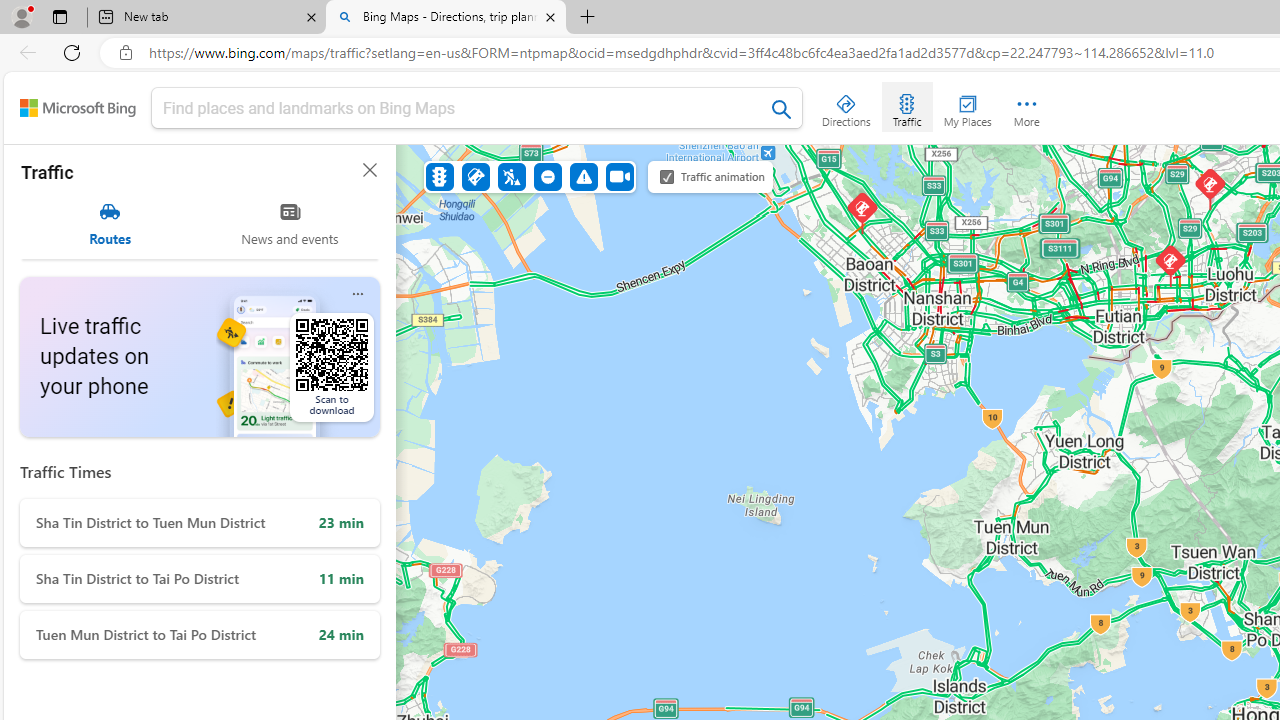 The image size is (1280, 720). What do you see at coordinates (476, 111) in the screenshot?
I see `'Class: inputbox'` at bounding box center [476, 111].